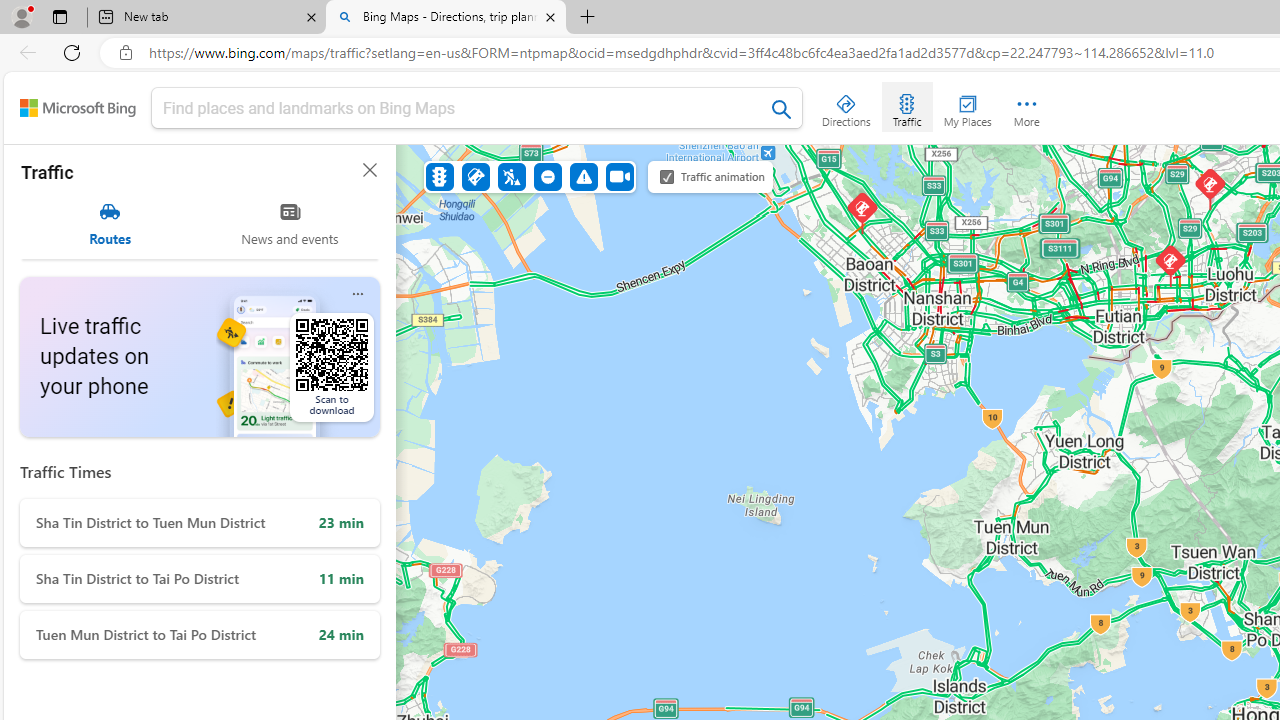 The image size is (1280, 720). What do you see at coordinates (476, 111) in the screenshot?
I see `'Class: inputbox'` at bounding box center [476, 111].